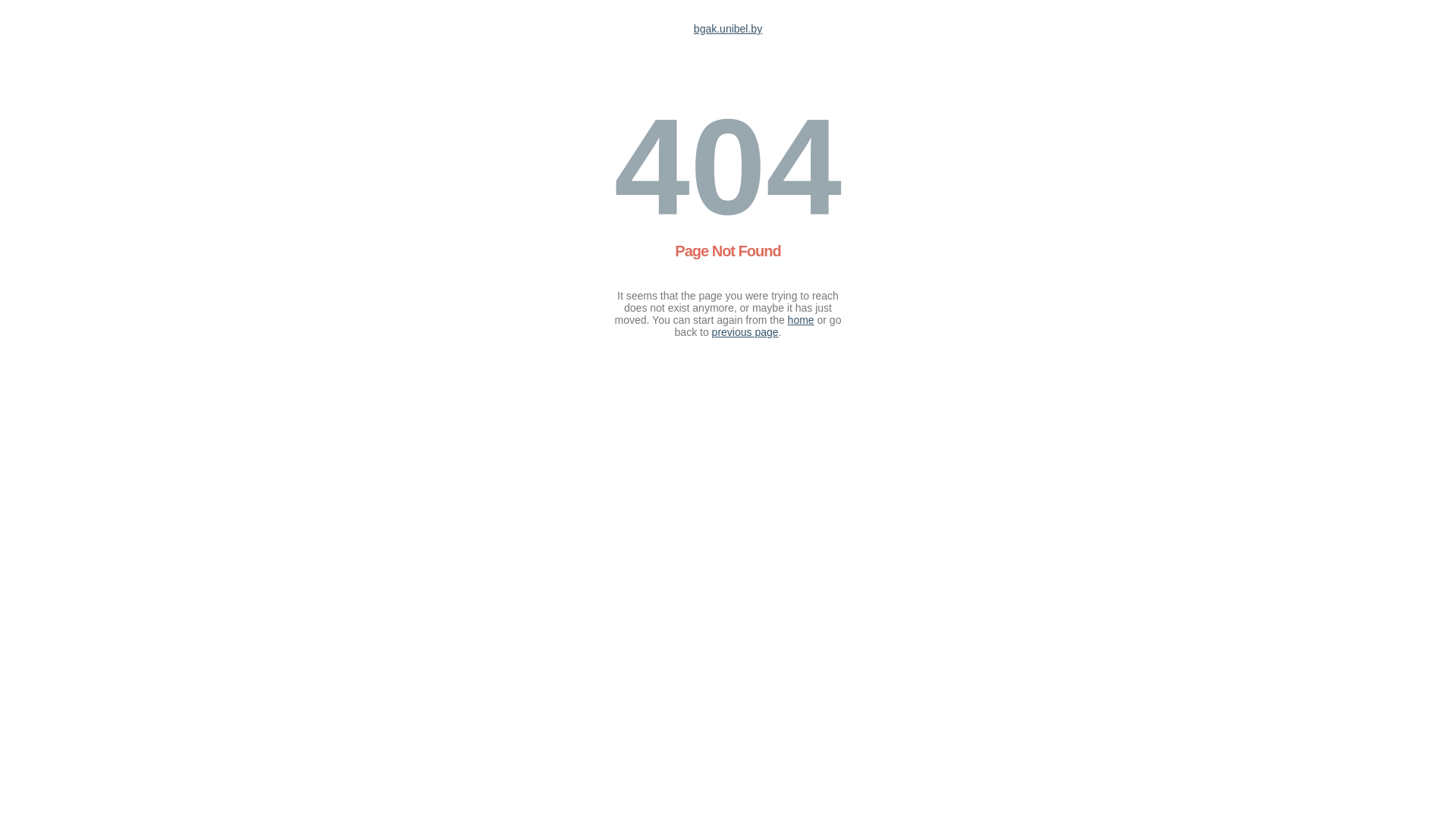 This screenshot has width=1456, height=819. Describe the element at coordinates (745, 331) in the screenshot. I see `'previous page'` at that location.